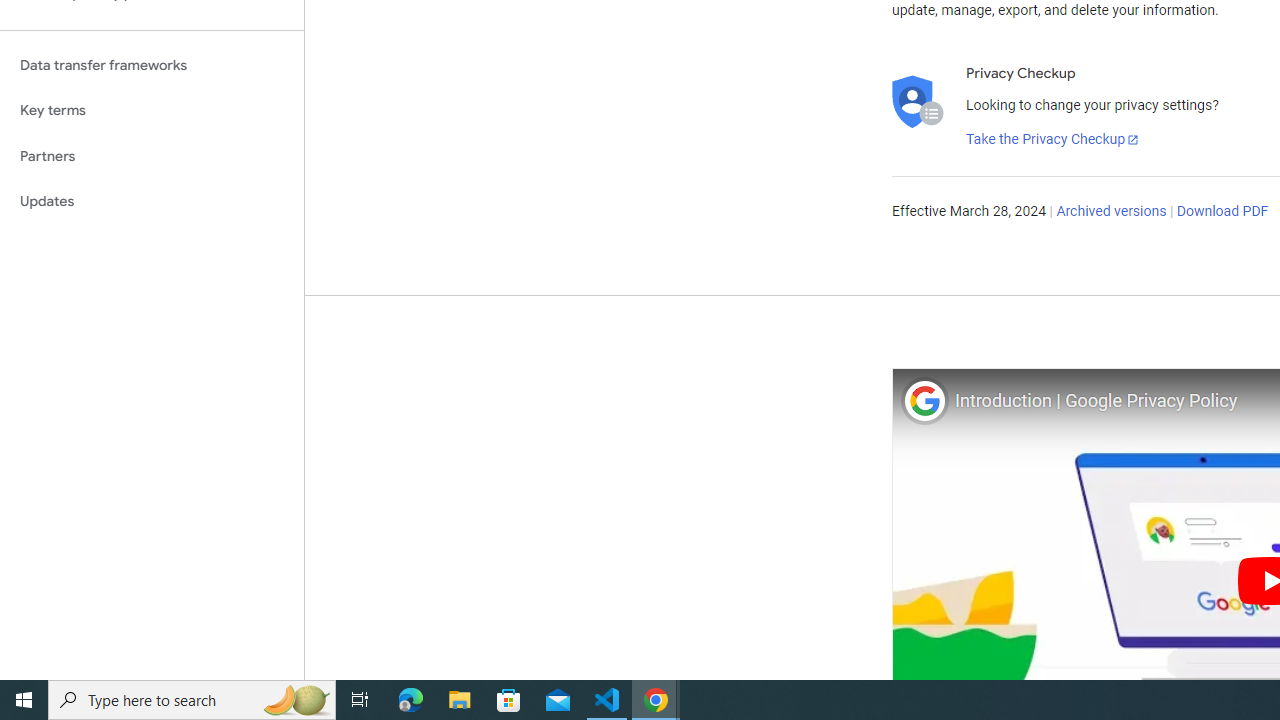  Describe the element at coordinates (151, 155) in the screenshot. I see `'Partners'` at that location.